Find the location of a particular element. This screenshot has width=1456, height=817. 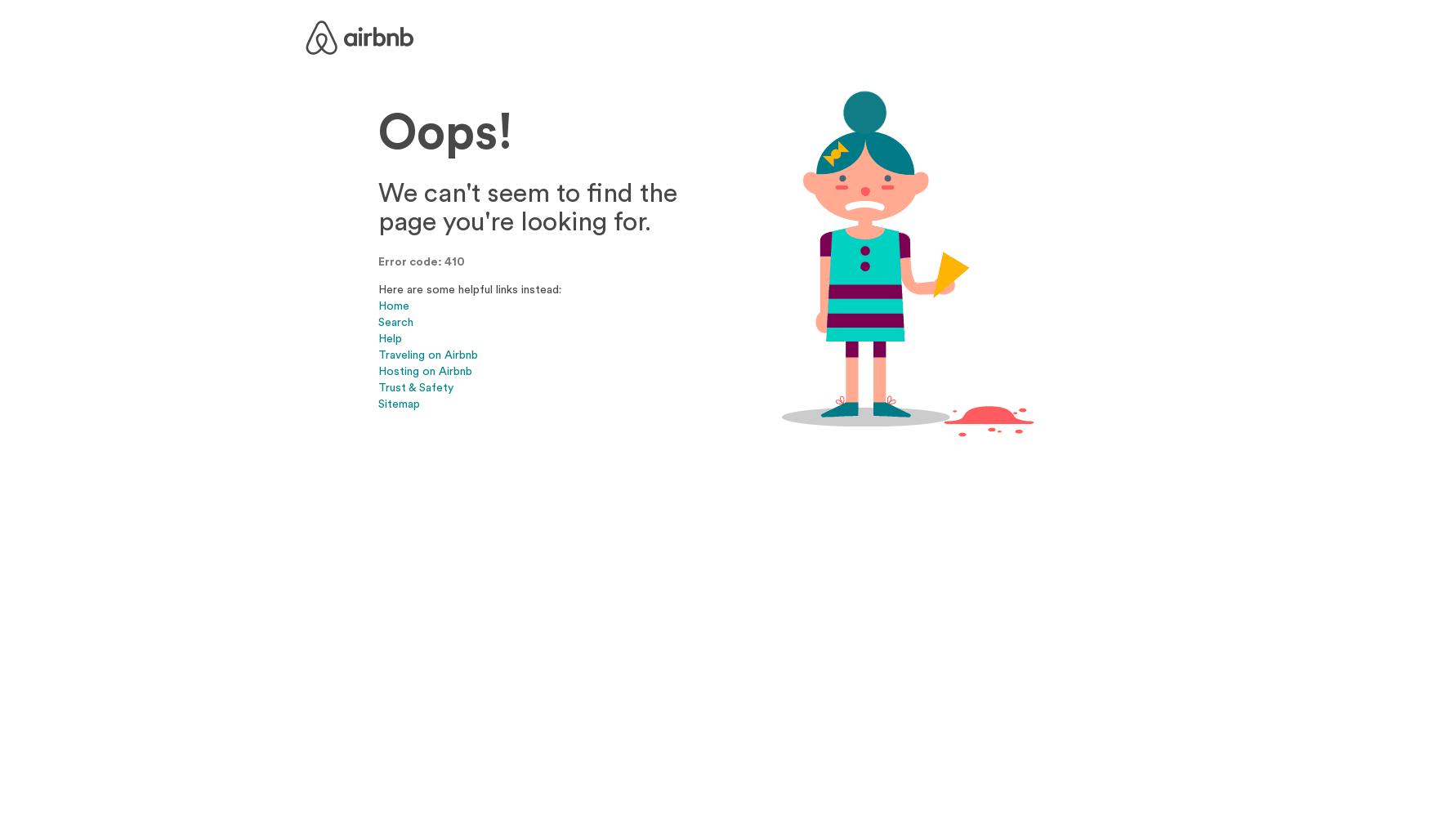

'Trust & Safety' is located at coordinates (377, 386).